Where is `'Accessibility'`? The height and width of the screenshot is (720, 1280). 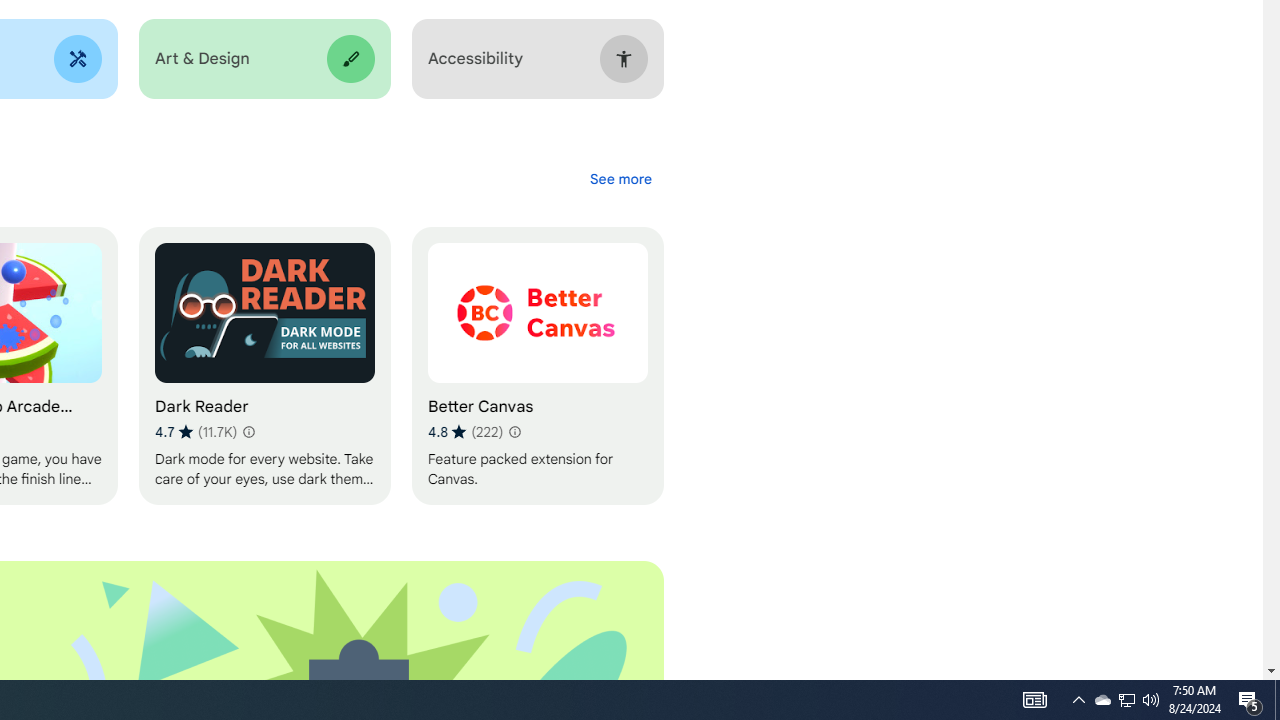
'Accessibility' is located at coordinates (537, 58).